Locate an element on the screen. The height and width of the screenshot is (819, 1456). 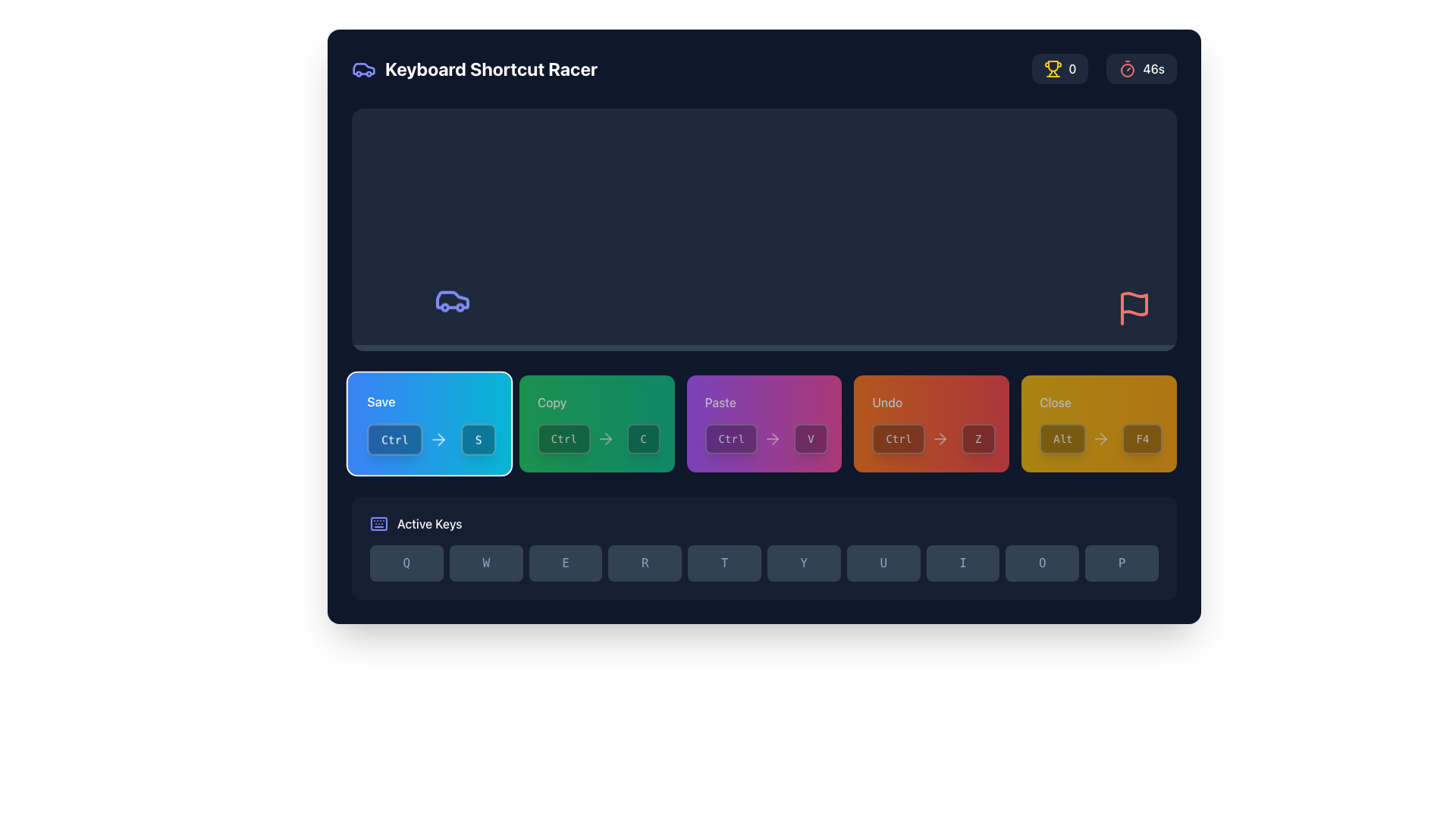
the Shortcut visualization component featuring the 'Ctrl' button, rightward arrow icon, and 'V' button, located in the bottom row of the interface within the 'Paste' section of the gradient button bar is located at coordinates (764, 438).